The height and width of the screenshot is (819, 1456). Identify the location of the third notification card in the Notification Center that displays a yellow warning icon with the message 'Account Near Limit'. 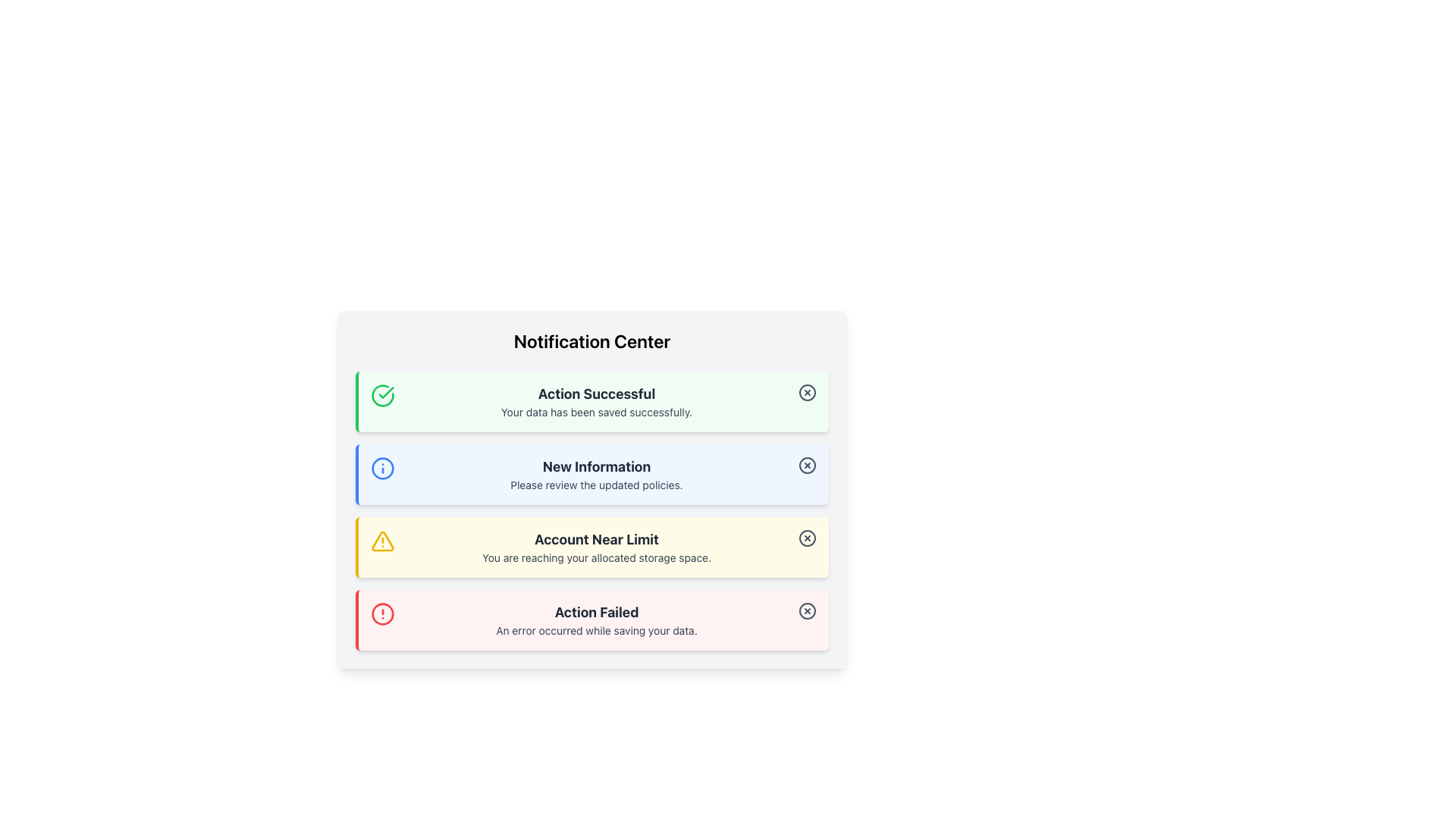
(591, 547).